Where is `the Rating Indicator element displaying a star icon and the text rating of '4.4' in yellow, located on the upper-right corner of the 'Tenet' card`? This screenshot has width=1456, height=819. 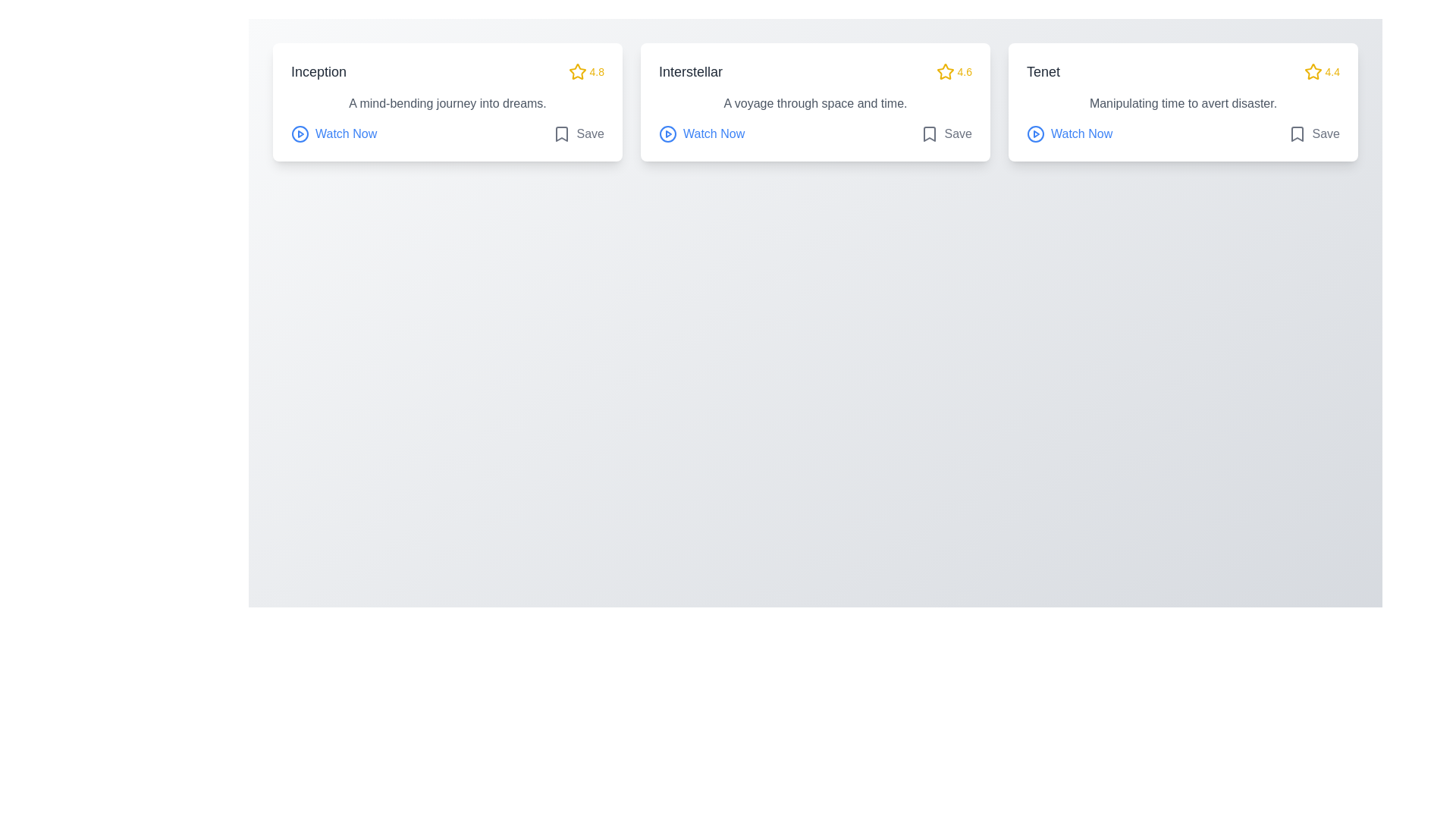
the Rating Indicator element displaying a star icon and the text rating of '4.4' in yellow, located on the upper-right corner of the 'Tenet' card is located at coordinates (1321, 72).